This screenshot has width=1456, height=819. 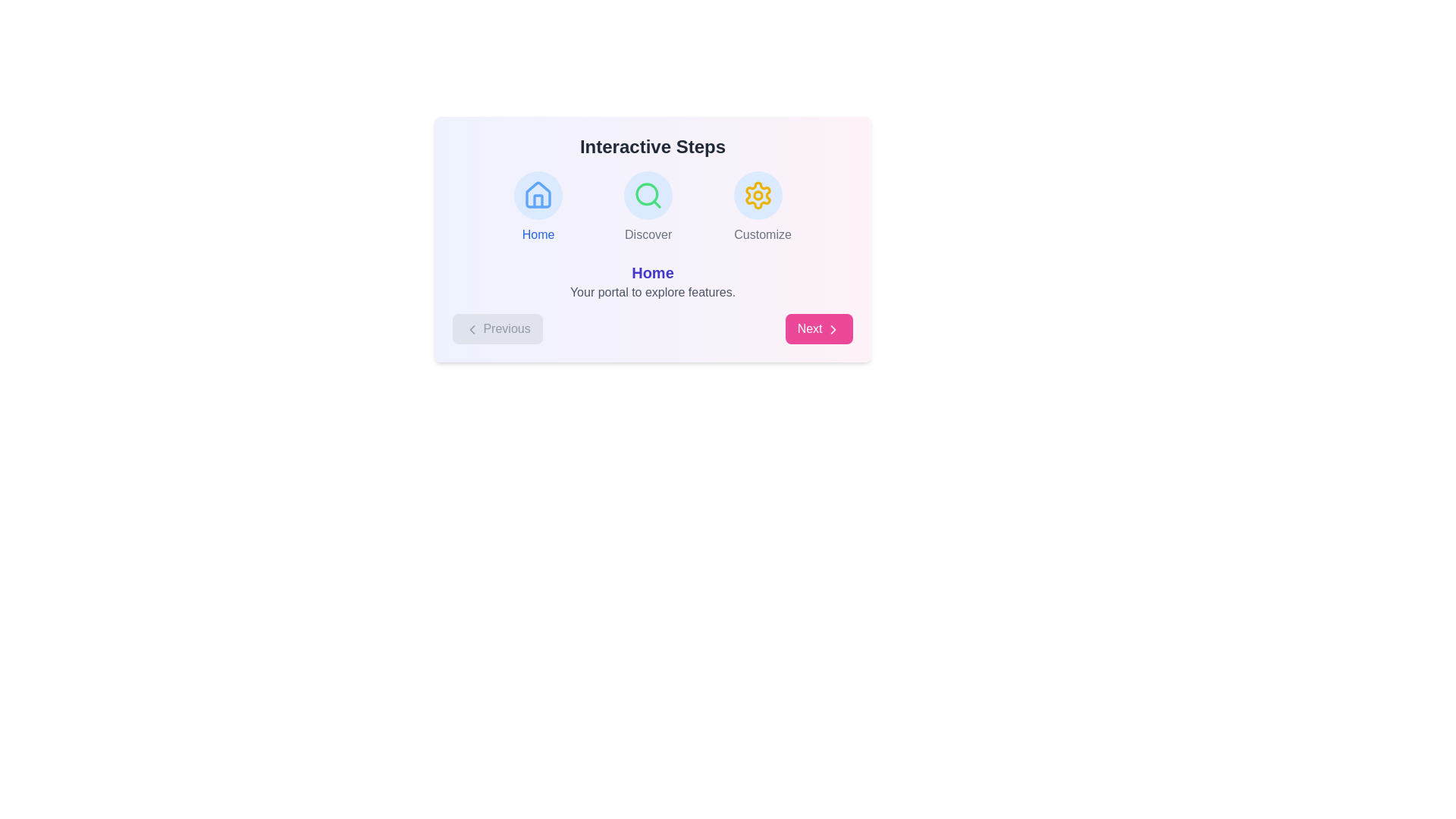 What do you see at coordinates (758, 195) in the screenshot?
I see `the decorative SVG component located at the center of the 'Customize' icon, which is the third icon in the horizontal row of 'Home,' 'Discover,' and 'Customize.'` at bounding box center [758, 195].